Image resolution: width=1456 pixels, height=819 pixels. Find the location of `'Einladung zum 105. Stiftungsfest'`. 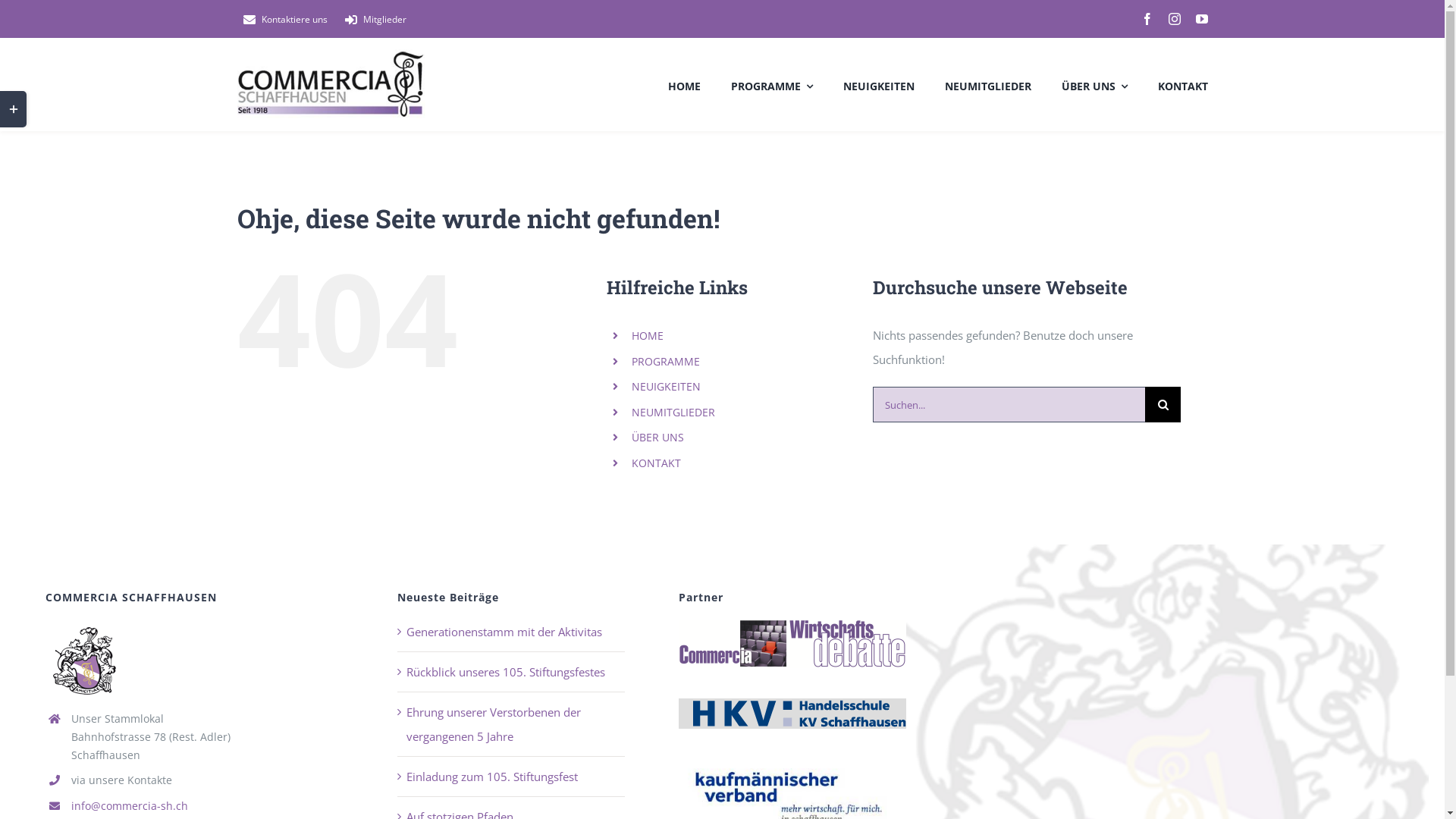

'Einladung zum 105. Stiftungsfest' is located at coordinates (491, 776).